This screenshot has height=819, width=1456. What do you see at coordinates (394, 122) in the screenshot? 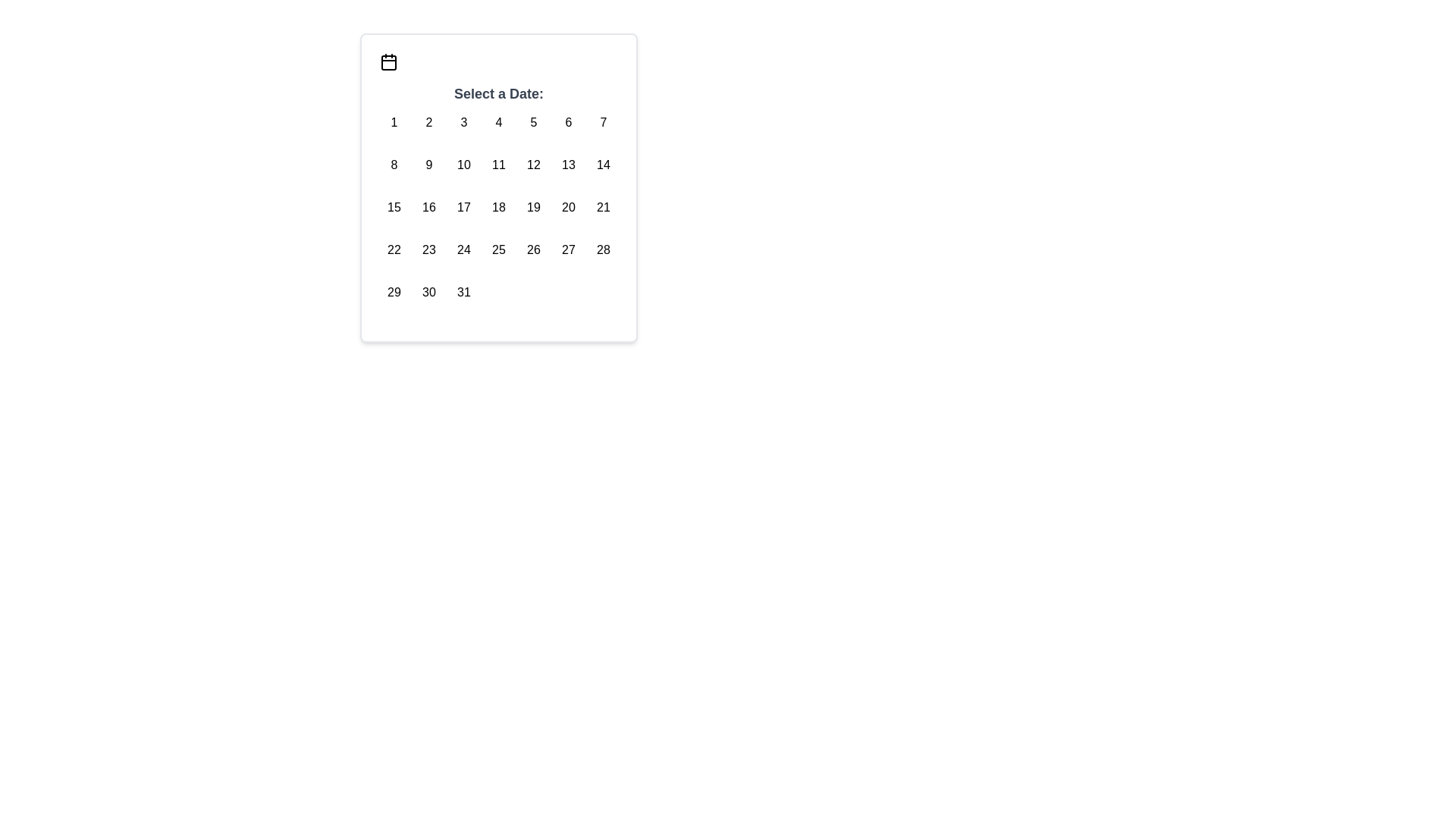
I see `the selectable date button` at bounding box center [394, 122].